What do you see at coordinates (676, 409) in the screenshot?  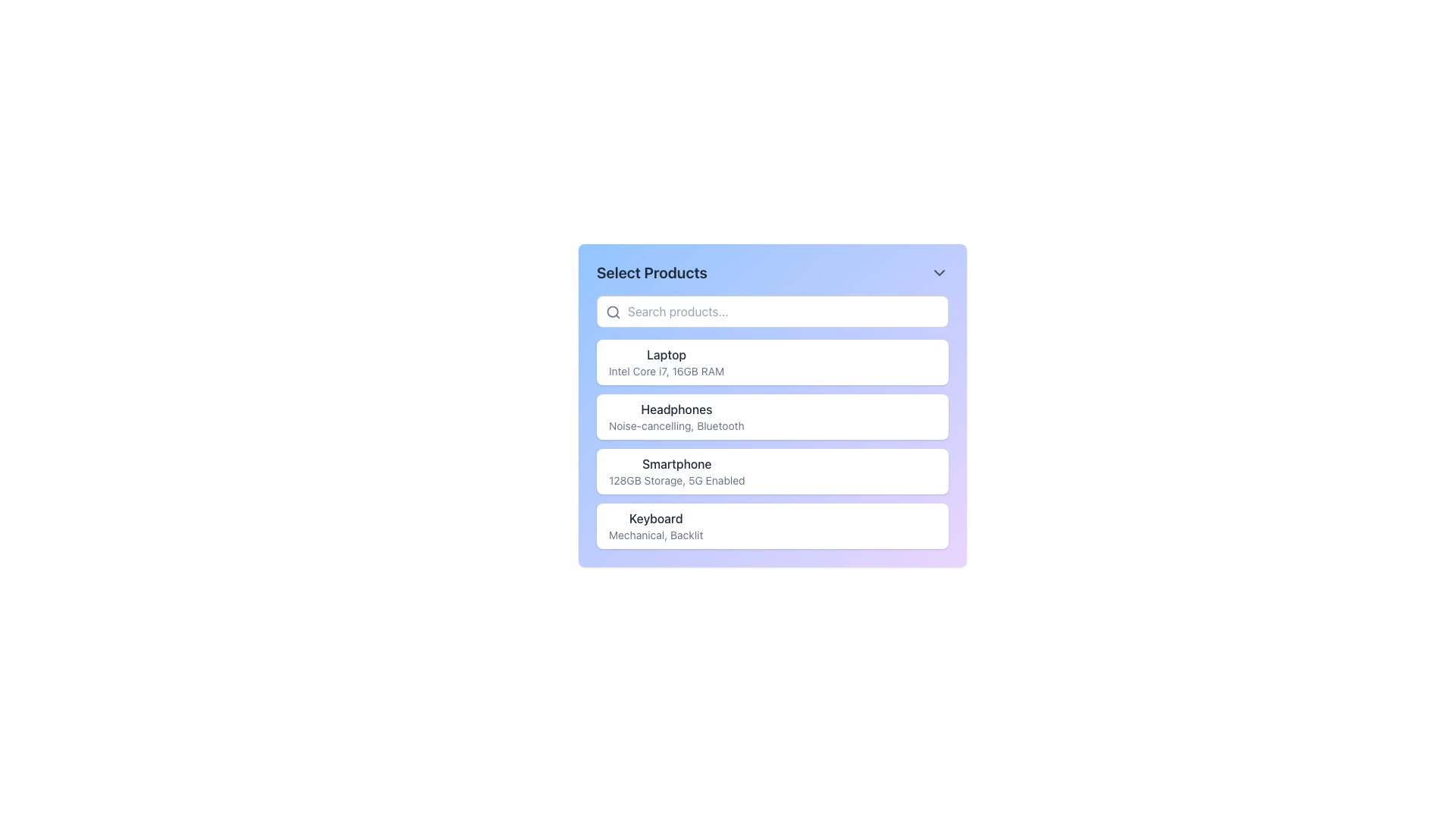 I see `the textual element displaying 'Headphones' in bold, dark gray font, which is the primary title of the second item in the selection card interface` at bounding box center [676, 409].